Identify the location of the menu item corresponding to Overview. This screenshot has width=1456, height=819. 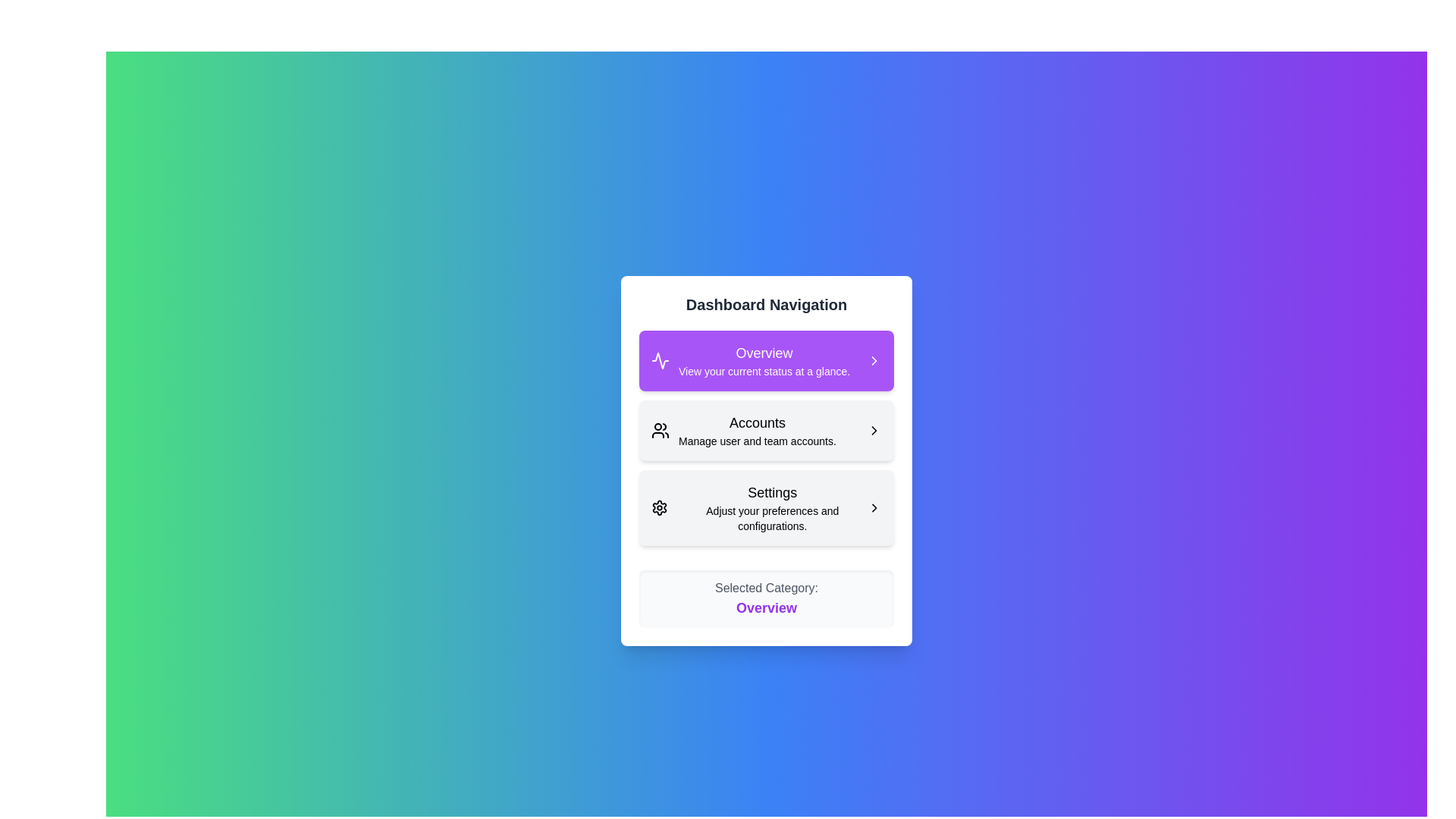
(767, 360).